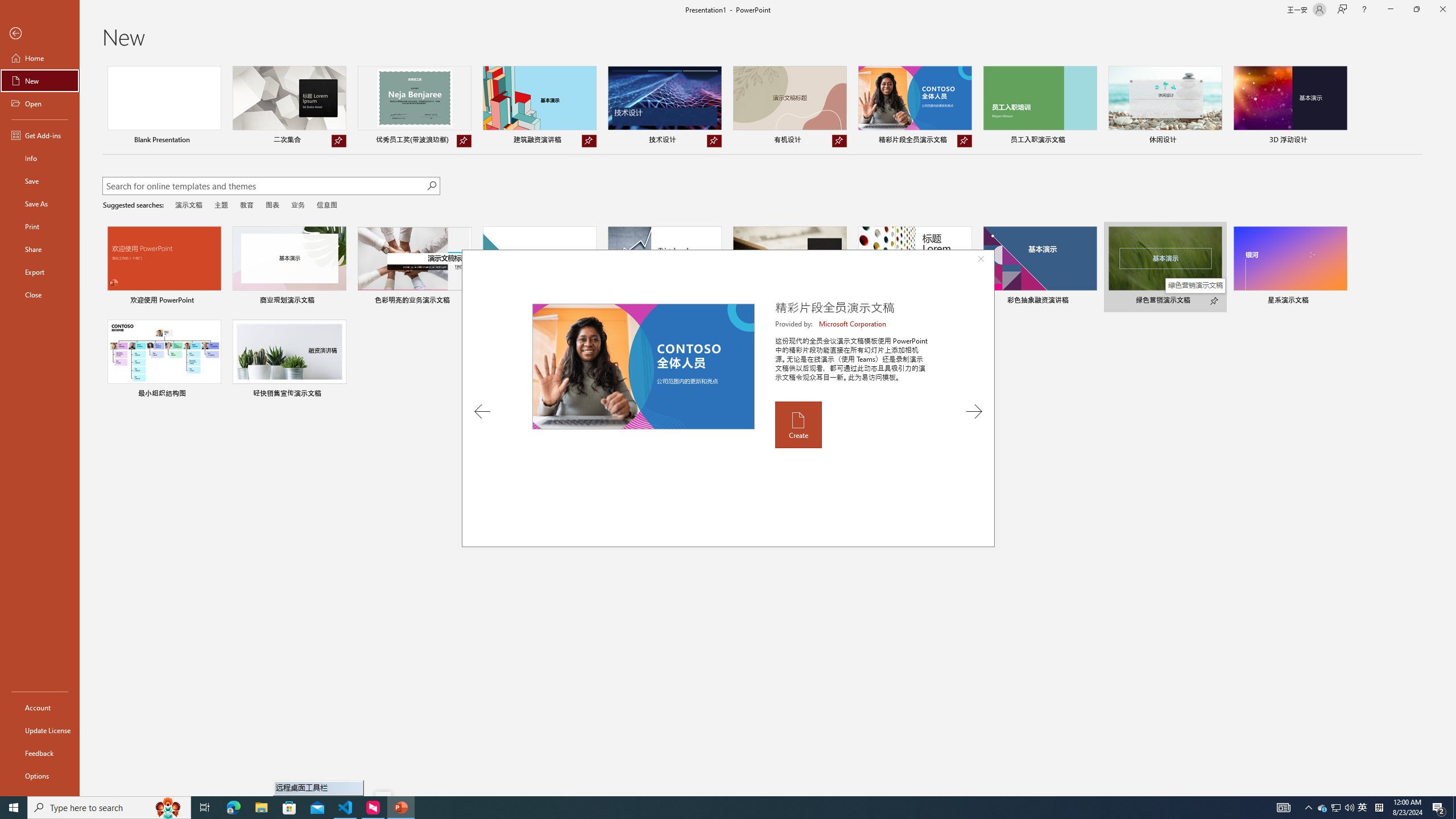  What do you see at coordinates (39, 708) in the screenshot?
I see `'Account'` at bounding box center [39, 708].